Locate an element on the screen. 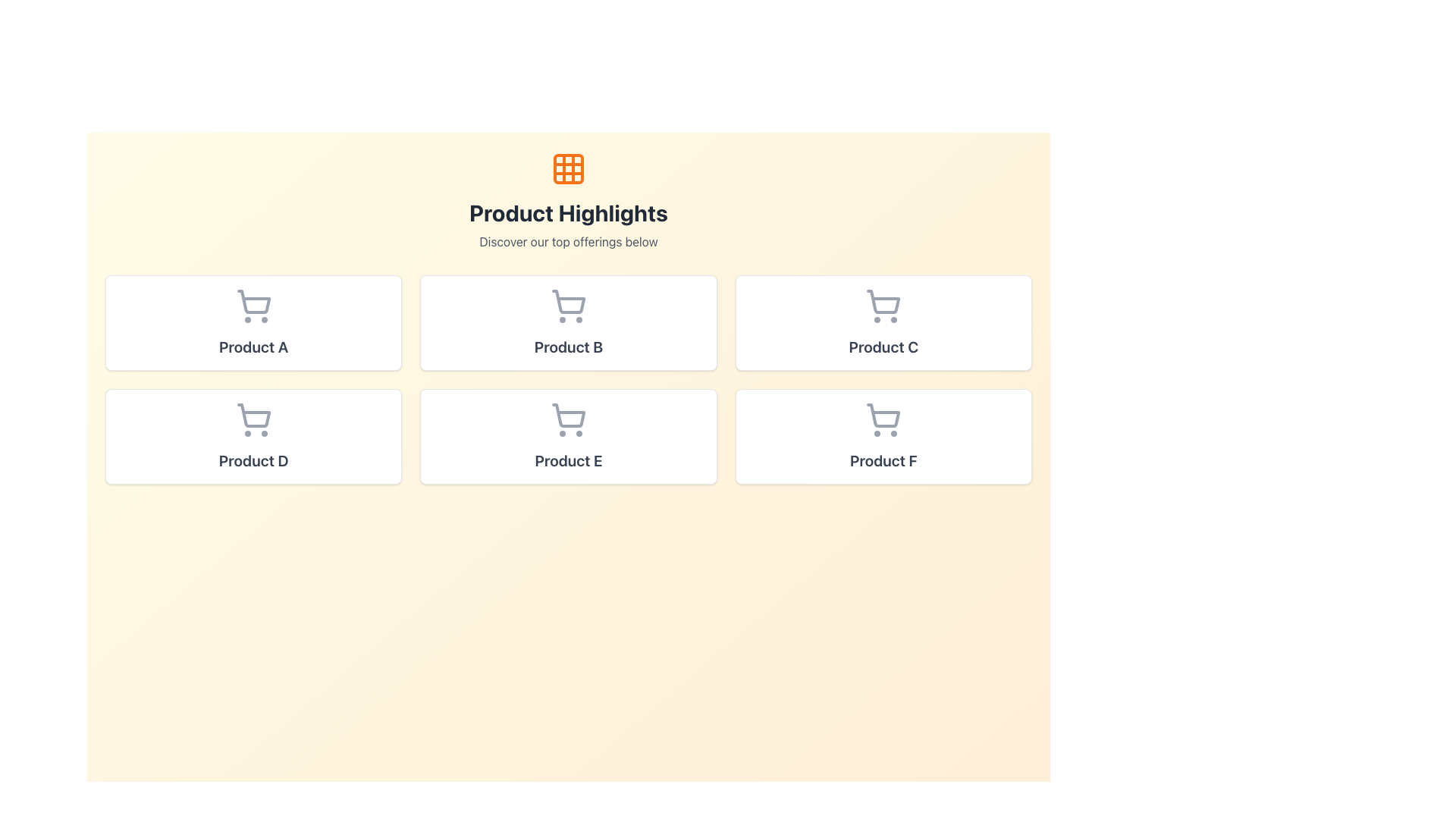  the topmost icon within the card labeled 'Product F', which is located in the bottom-right corner of the grid is located at coordinates (883, 420).